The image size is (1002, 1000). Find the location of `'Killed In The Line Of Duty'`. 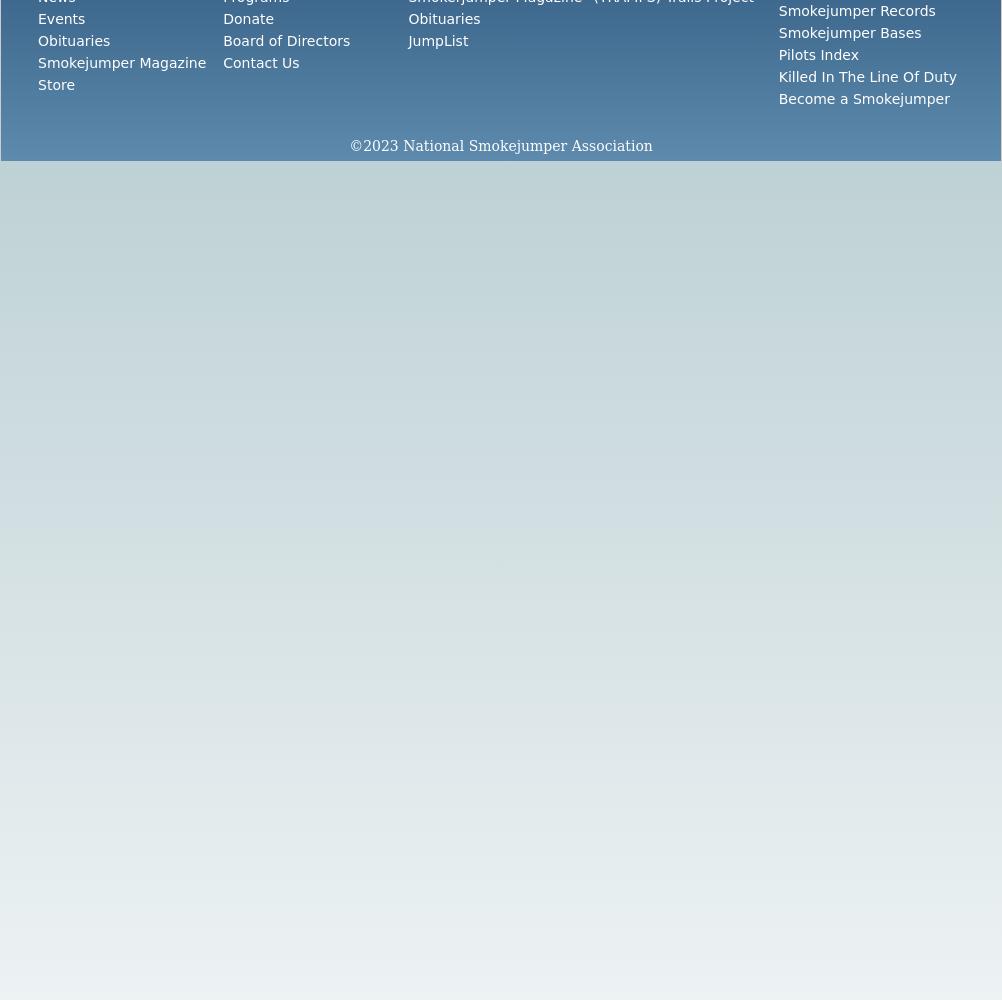

'Killed In The Line Of Duty' is located at coordinates (867, 76).